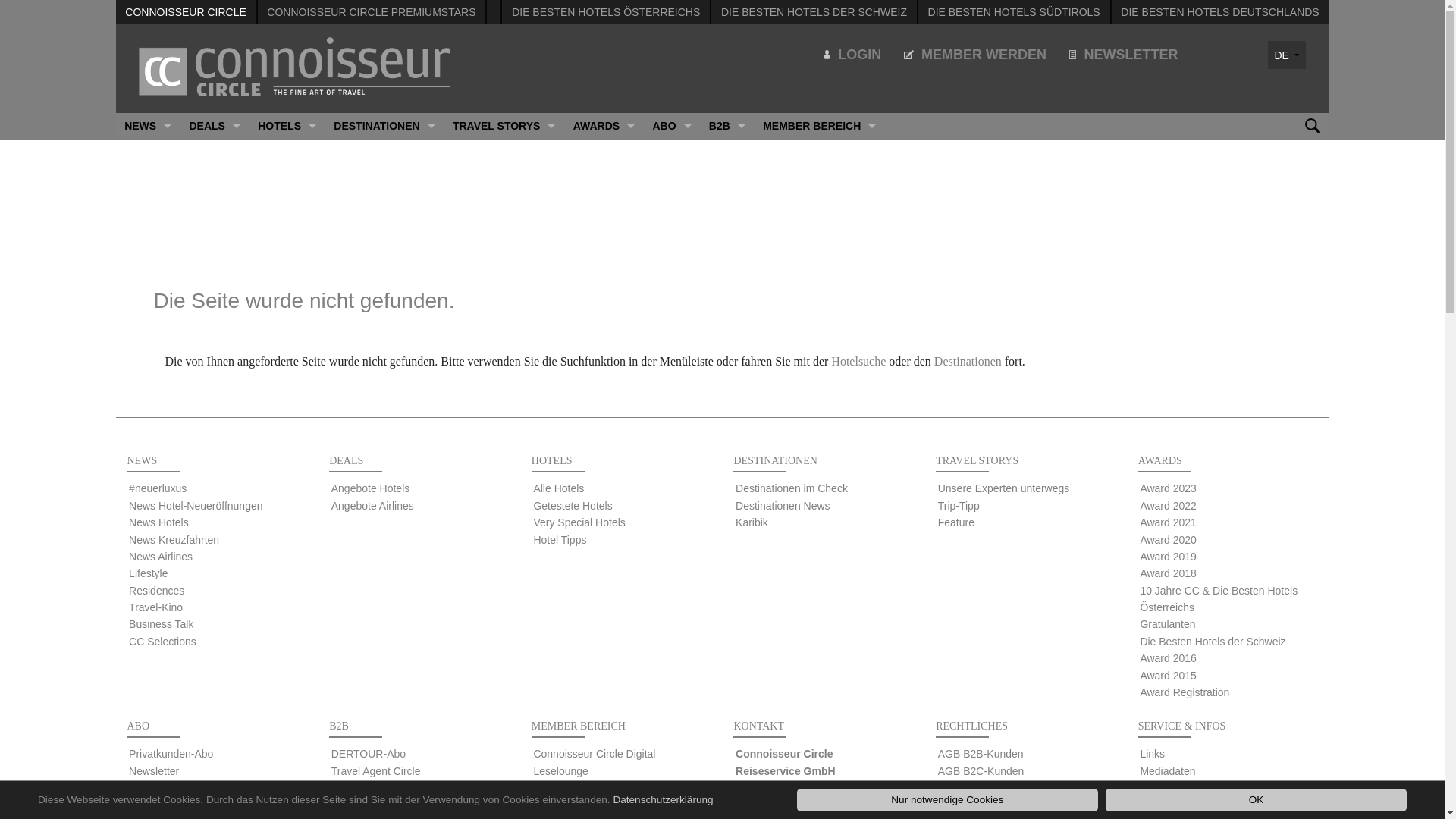  I want to click on 'Travel Agent Circle', so click(375, 771).